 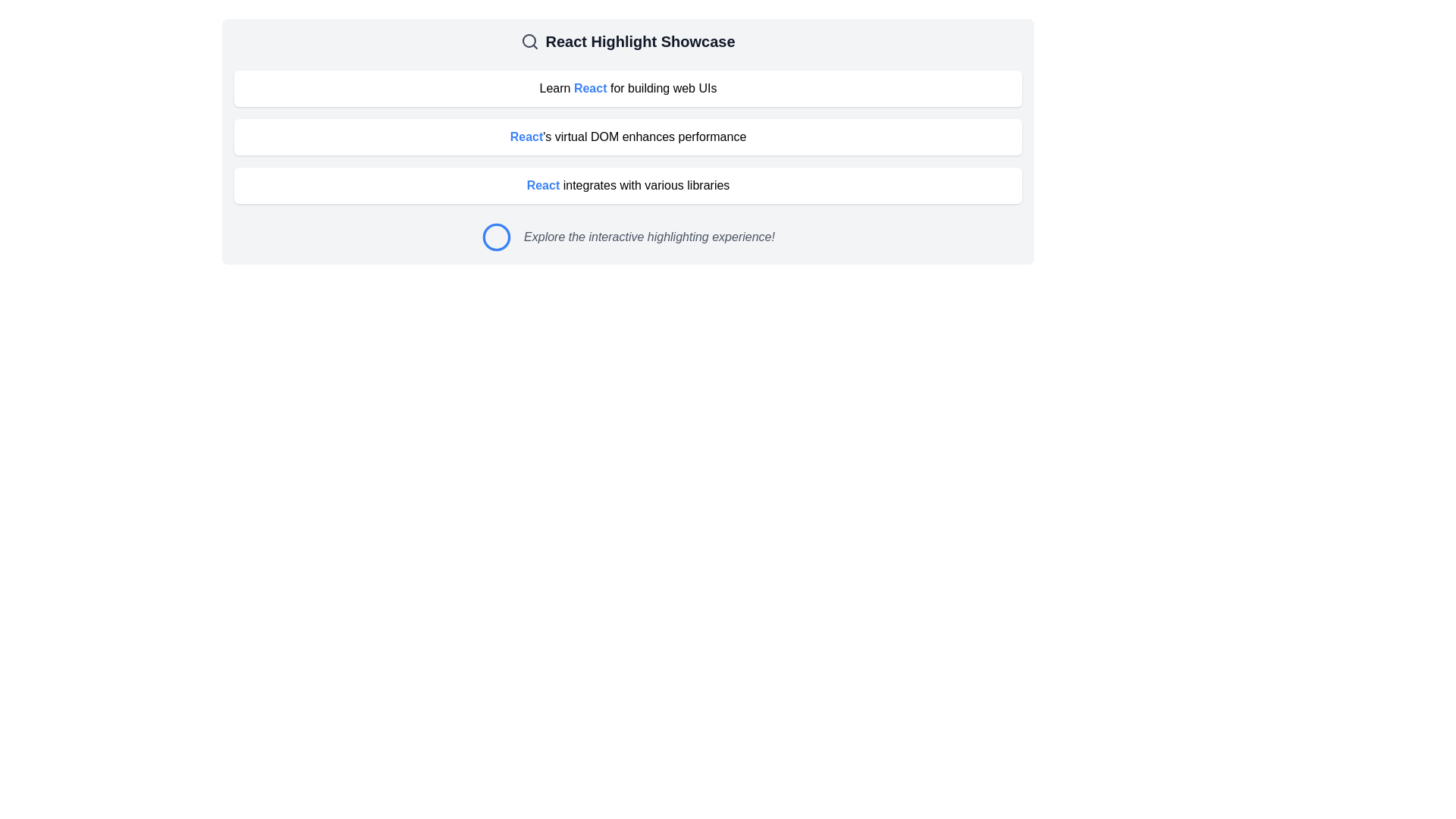 What do you see at coordinates (526, 136) in the screenshot?
I see `the bold blue text 'React' which is the first word in the sentence 'React's virtual DOM enhances performance', located at the center of the second list item` at bounding box center [526, 136].